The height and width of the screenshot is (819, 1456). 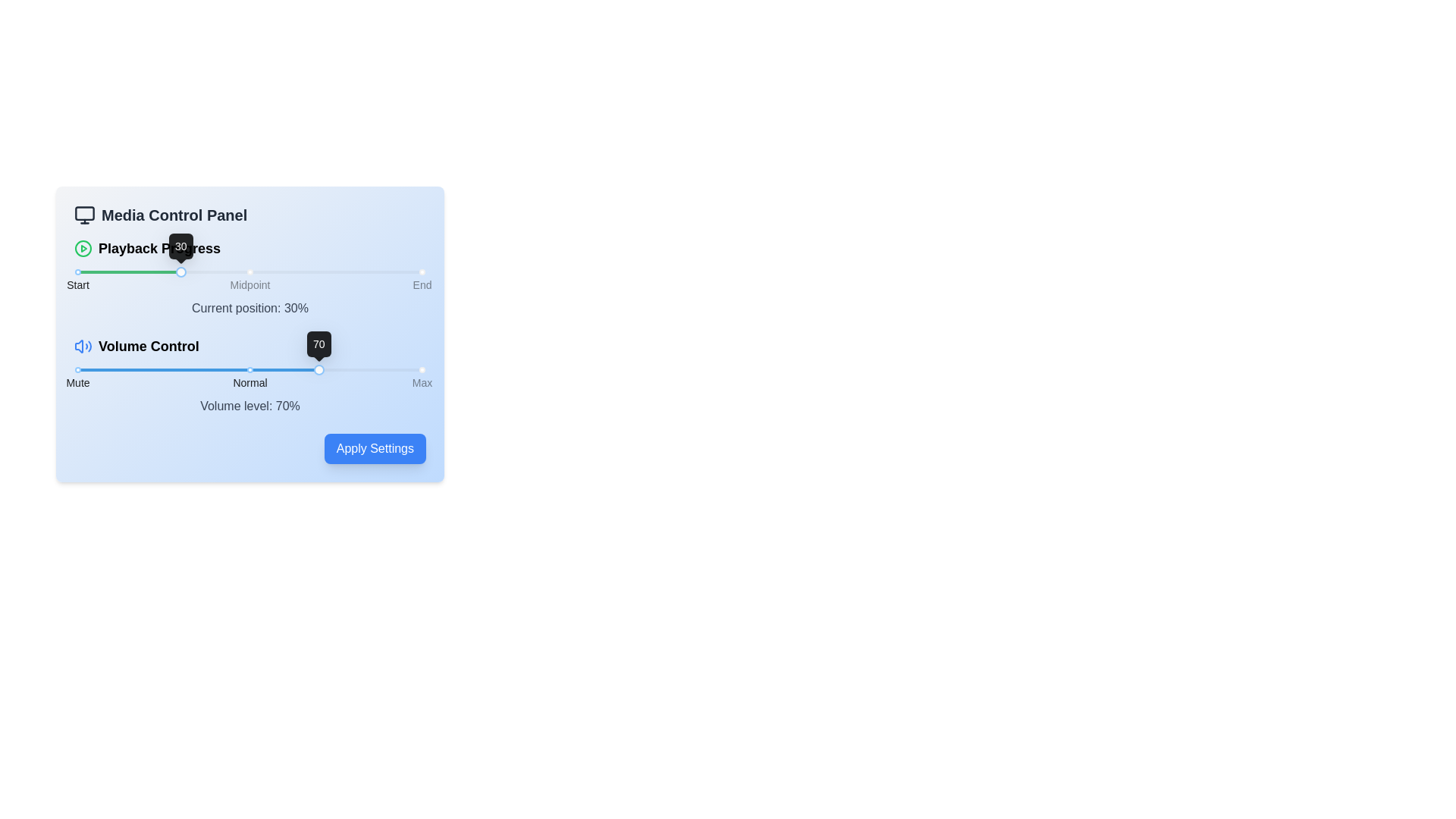 I want to click on playback progress, so click(x=87, y=271).